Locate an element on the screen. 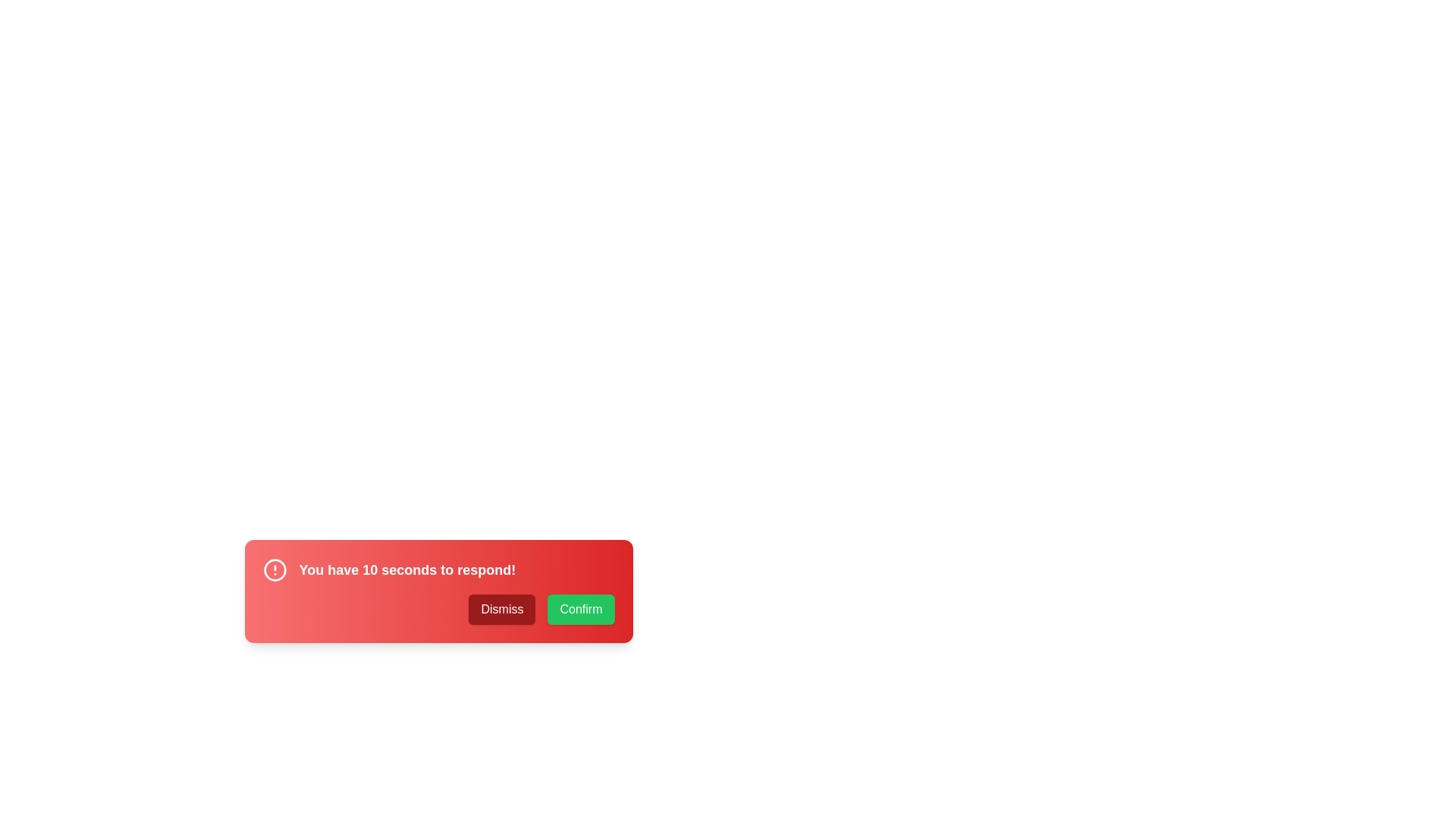 Image resolution: width=1456 pixels, height=819 pixels. the 'Dismiss' button to dismiss the alert is located at coordinates (502, 608).